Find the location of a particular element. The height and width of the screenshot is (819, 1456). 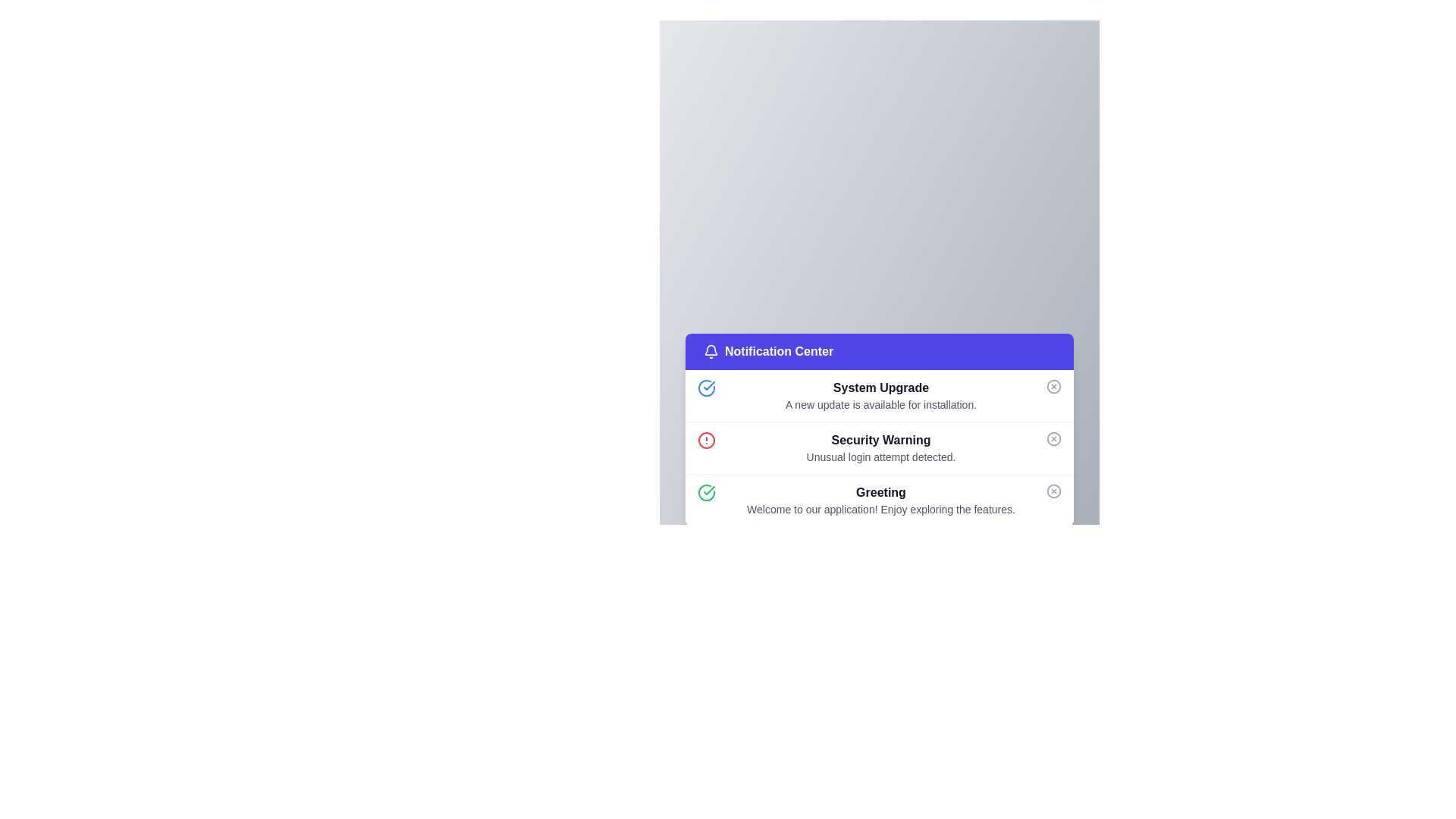

the circular vector graphic component that is part of the 'System Upgrade' notification in the upper-right of the notification list is located at coordinates (1053, 385).